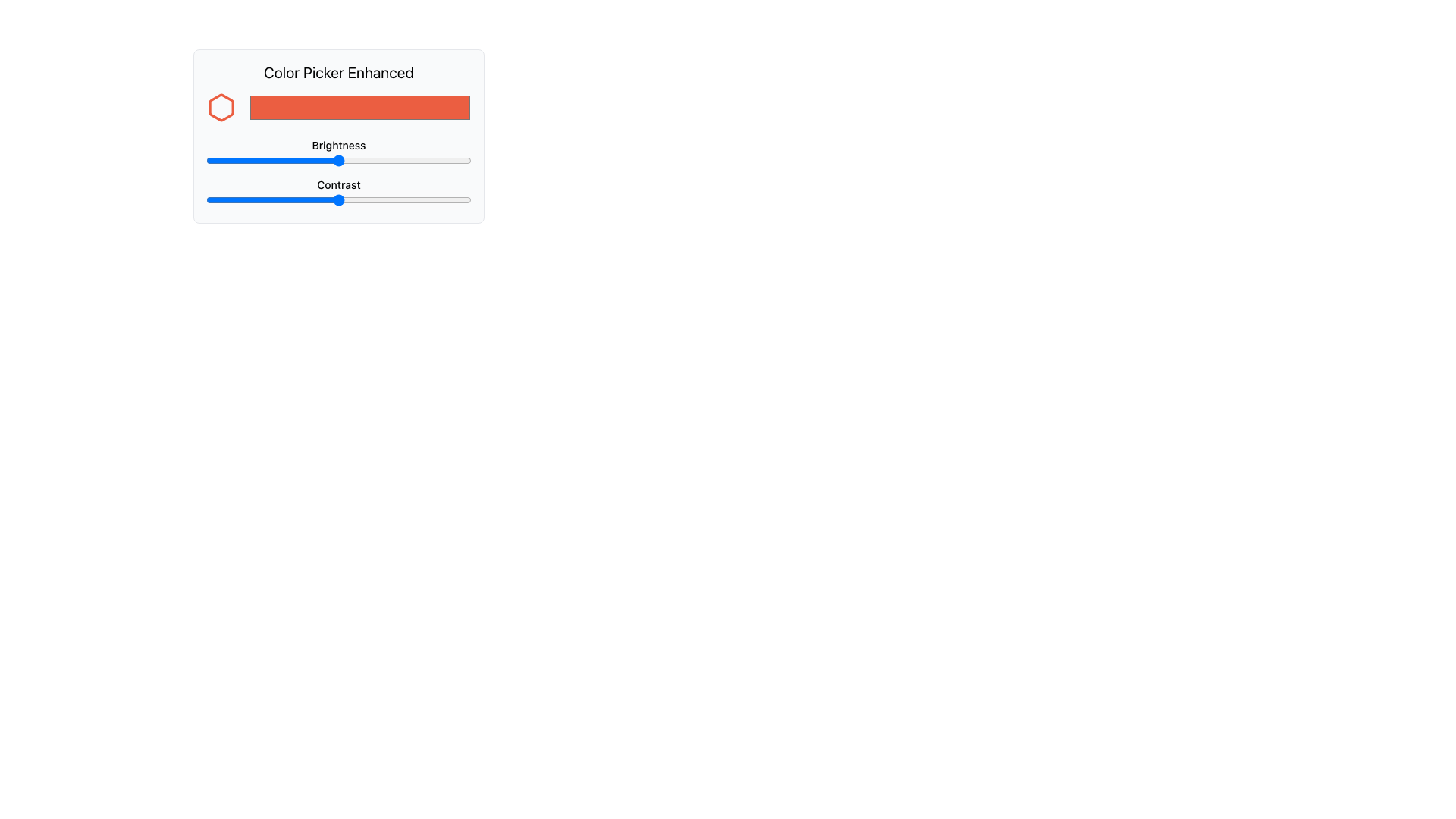  Describe the element at coordinates (302, 161) in the screenshot. I see `brightness` at that location.